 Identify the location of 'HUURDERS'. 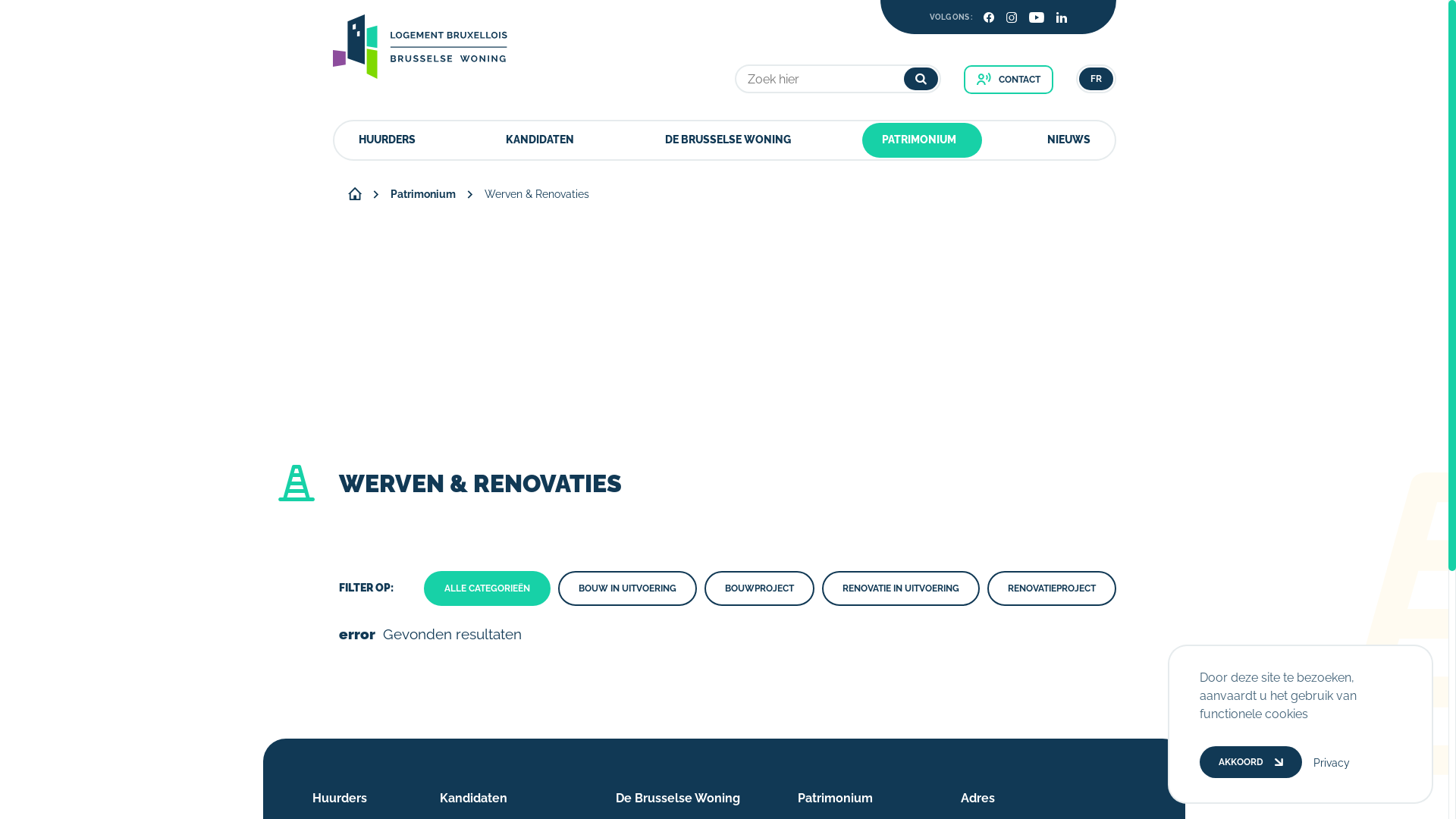
(386, 140).